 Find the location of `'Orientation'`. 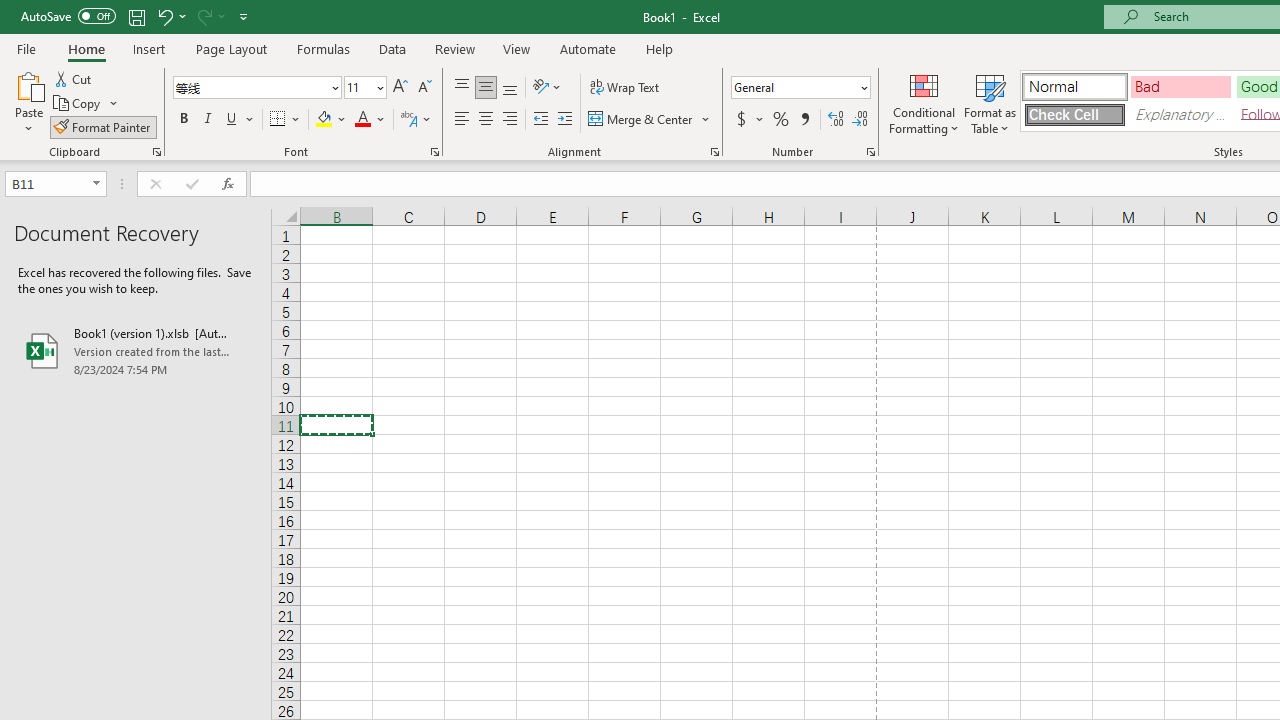

'Orientation' is located at coordinates (547, 86).